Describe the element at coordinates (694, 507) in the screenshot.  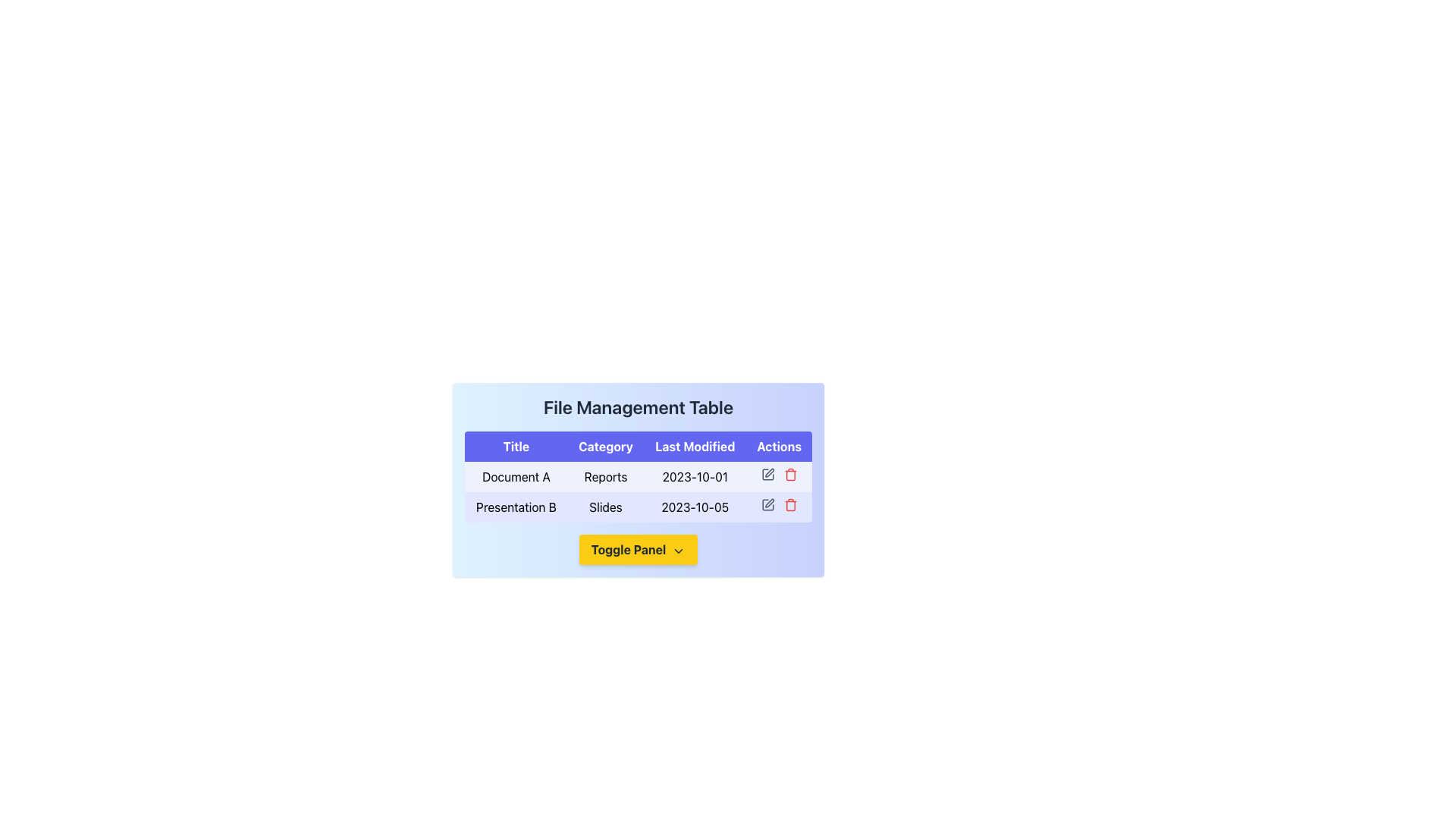
I see `the text field displaying the last modified date of 'Presentation B' located under the 'Last Modified' header in the second row` at that location.